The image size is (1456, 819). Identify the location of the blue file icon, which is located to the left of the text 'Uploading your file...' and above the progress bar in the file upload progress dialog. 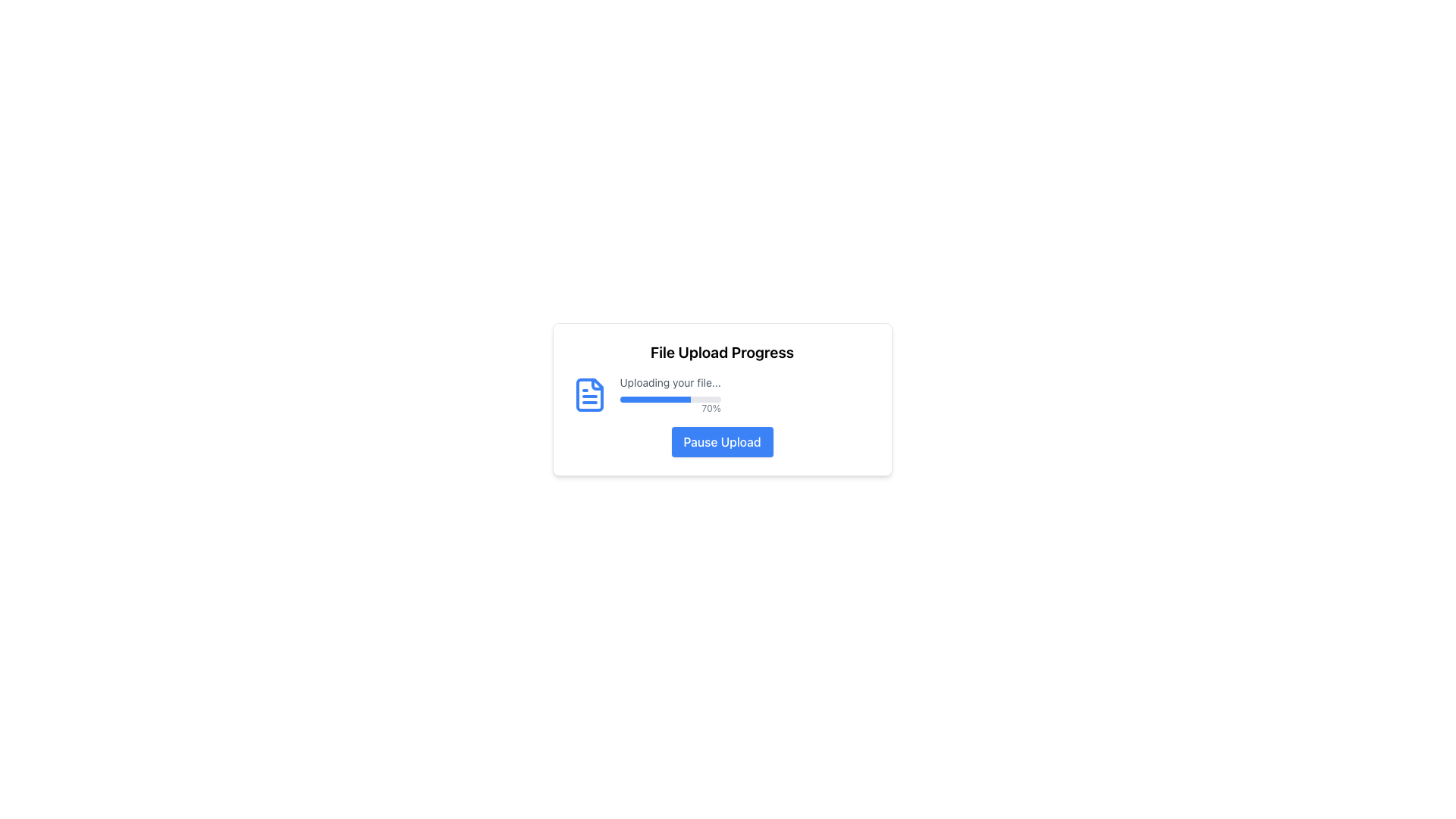
(588, 394).